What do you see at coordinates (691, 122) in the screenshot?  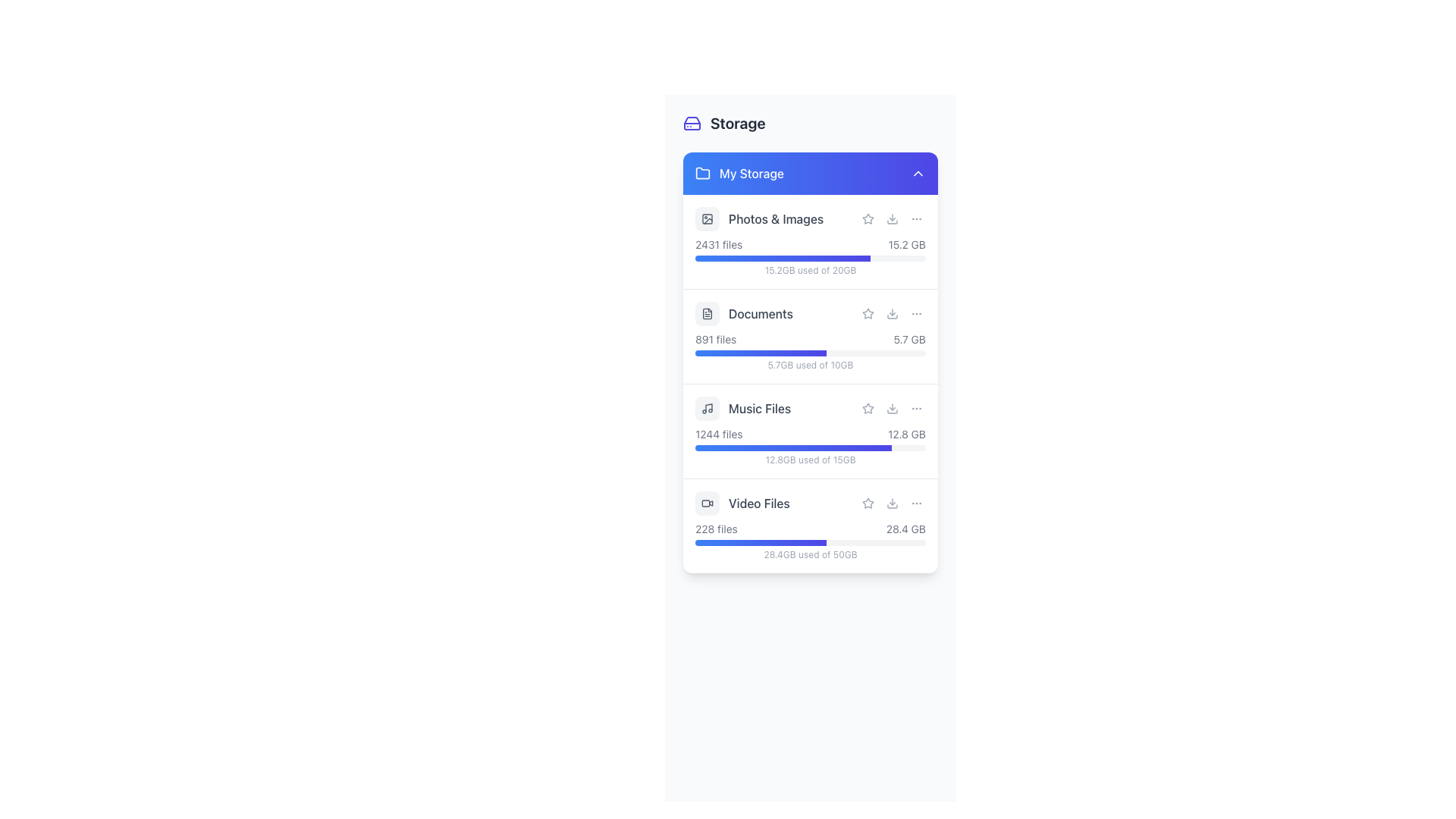 I see `the hard drive icon component that signifies storage functionality, located near the 'Storage' label in the header section` at bounding box center [691, 122].